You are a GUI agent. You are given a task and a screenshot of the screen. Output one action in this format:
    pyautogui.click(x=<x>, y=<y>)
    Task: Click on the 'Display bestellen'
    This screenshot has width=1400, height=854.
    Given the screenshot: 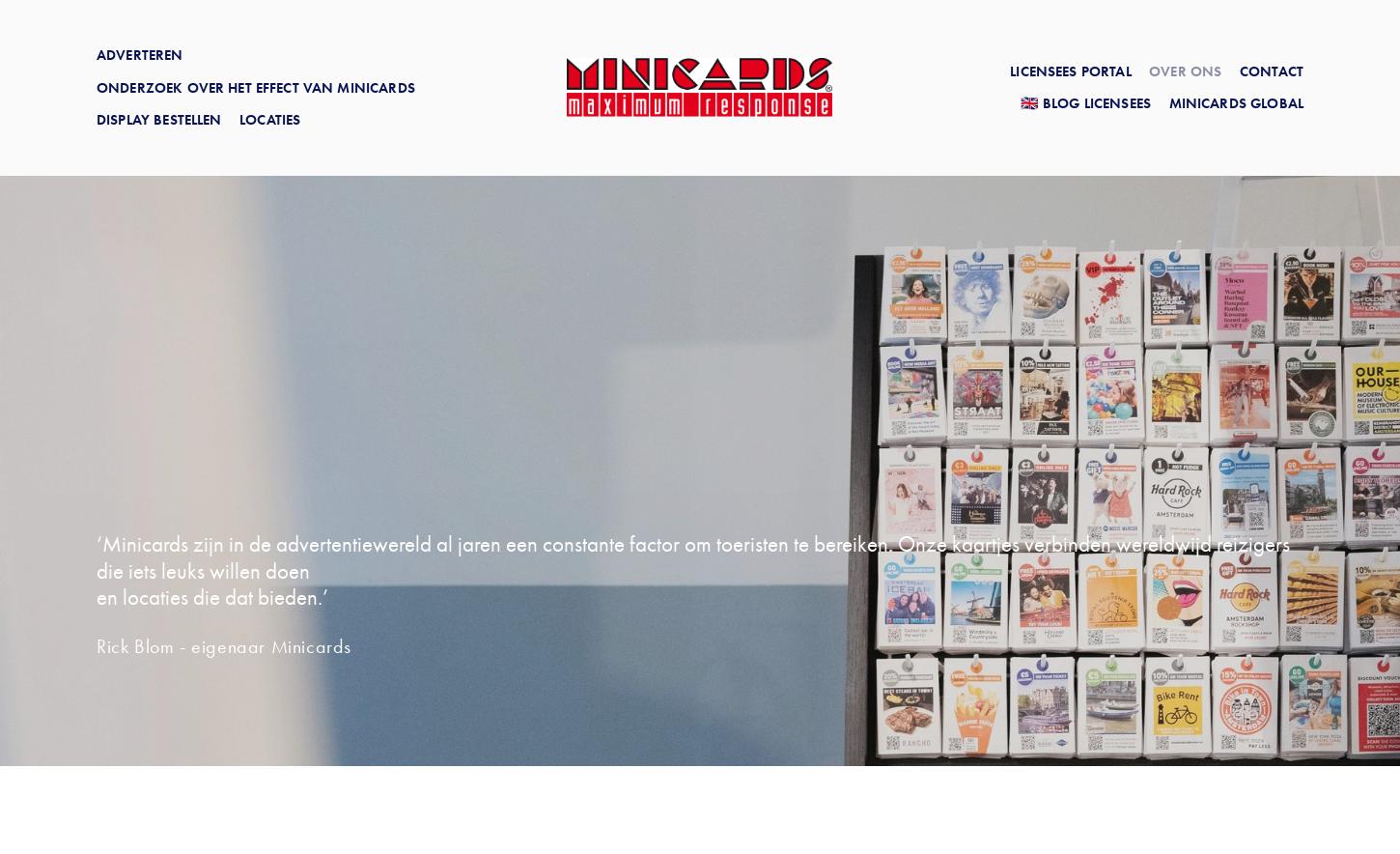 What is the action you would take?
    pyautogui.click(x=157, y=119)
    